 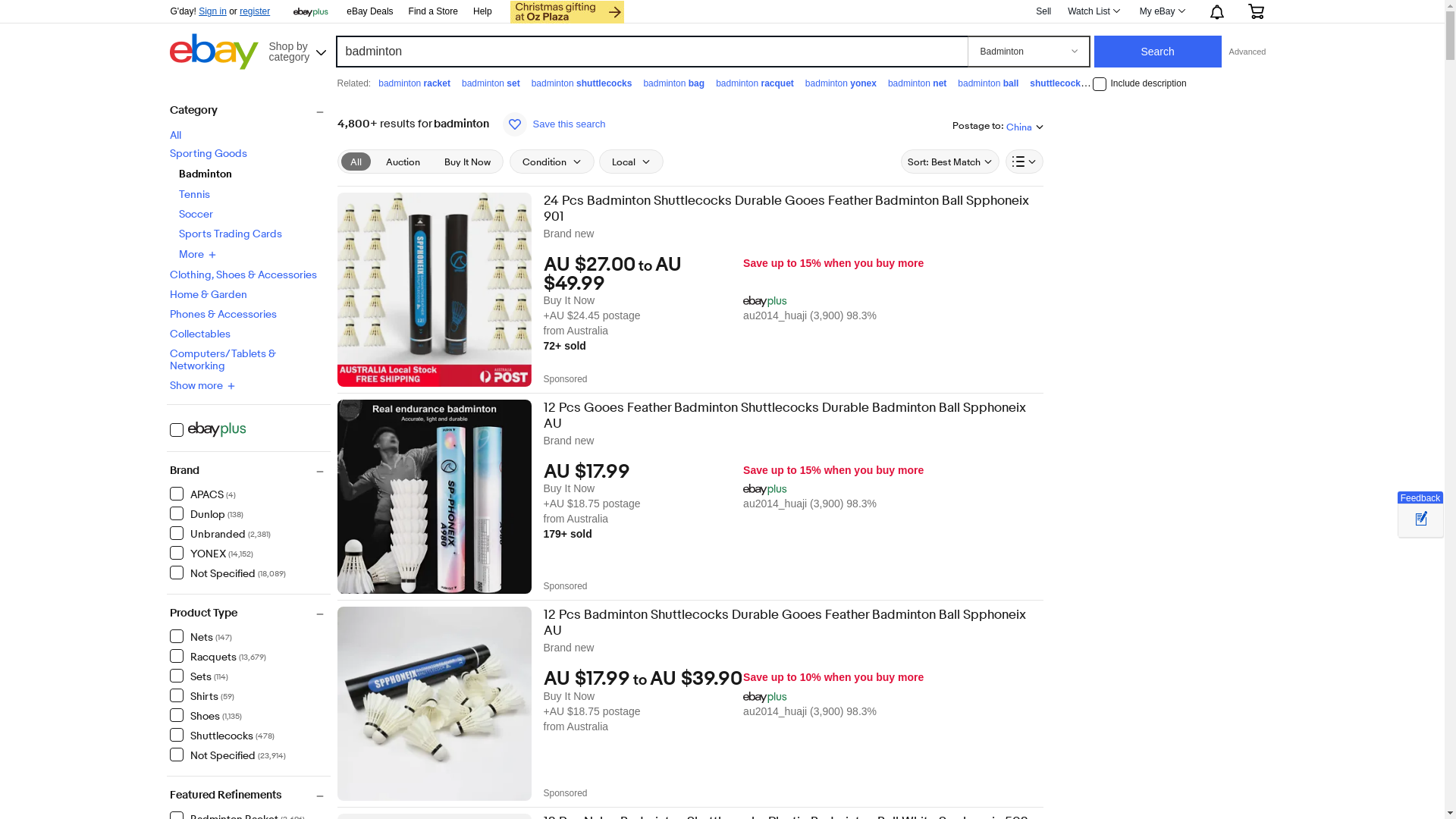 What do you see at coordinates (207, 152) in the screenshot?
I see `'Sporting Goods'` at bounding box center [207, 152].